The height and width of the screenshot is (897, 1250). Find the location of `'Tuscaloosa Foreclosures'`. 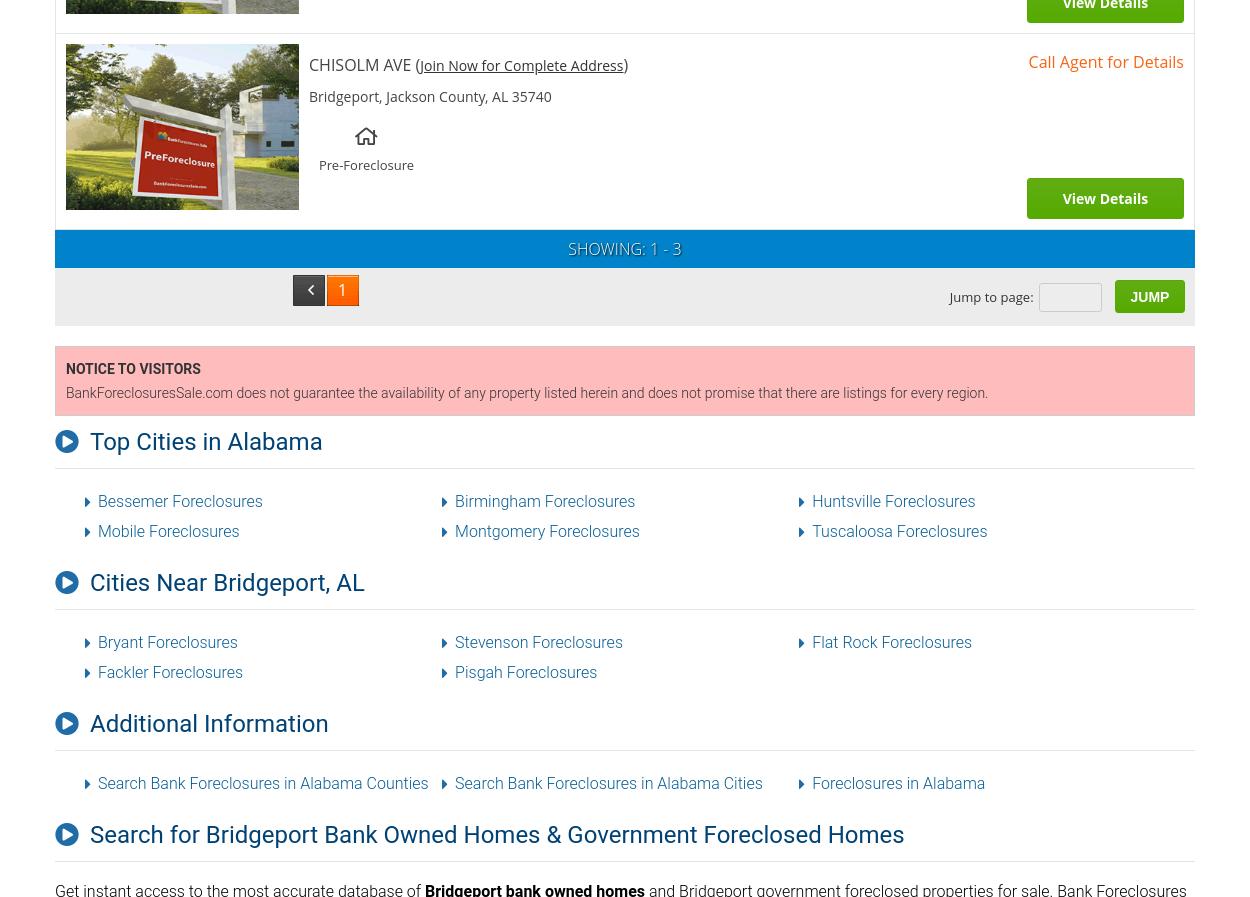

'Tuscaloosa Foreclosures' is located at coordinates (899, 531).